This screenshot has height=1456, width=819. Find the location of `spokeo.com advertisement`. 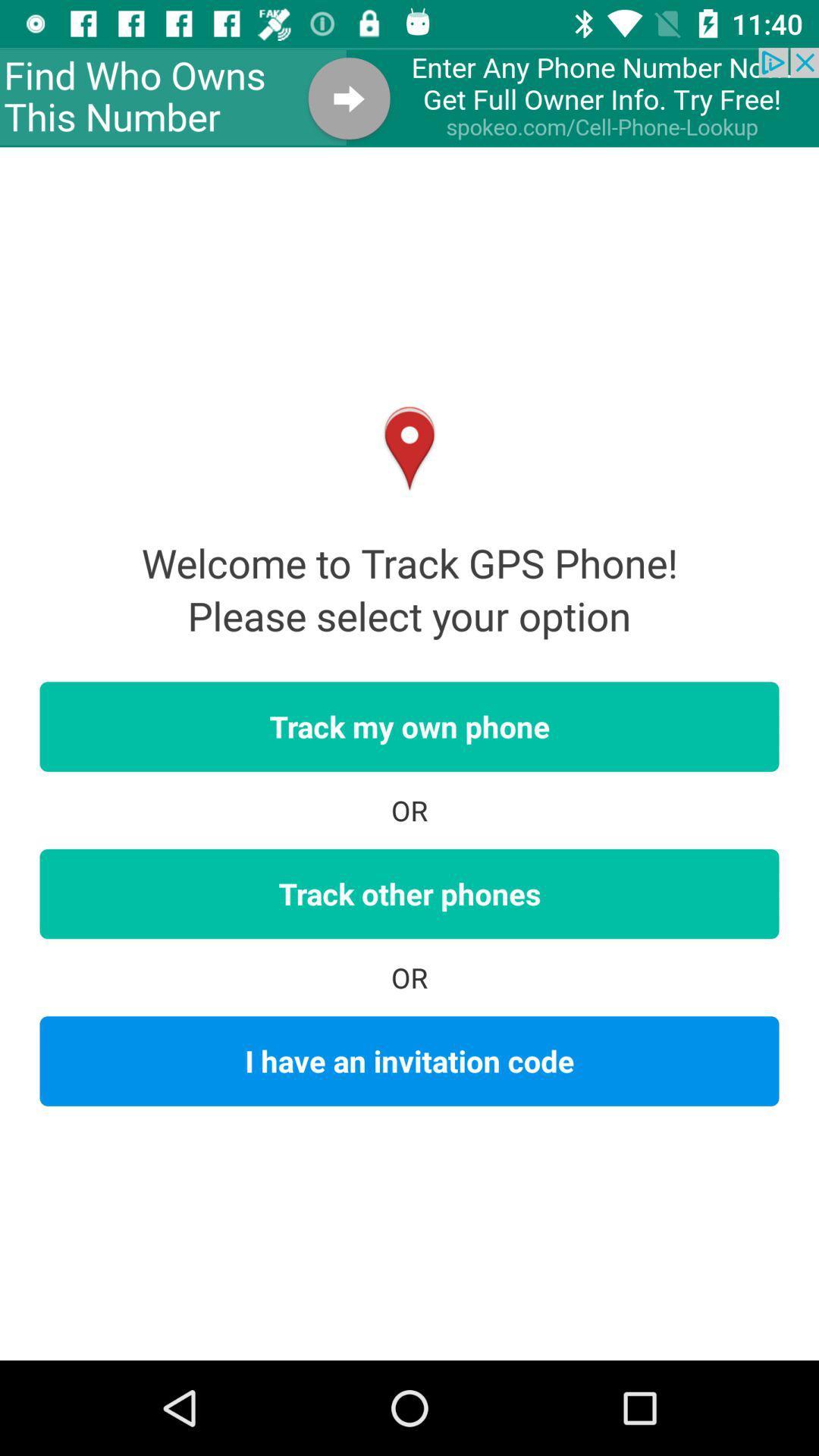

spokeo.com advertisement is located at coordinates (409, 96).